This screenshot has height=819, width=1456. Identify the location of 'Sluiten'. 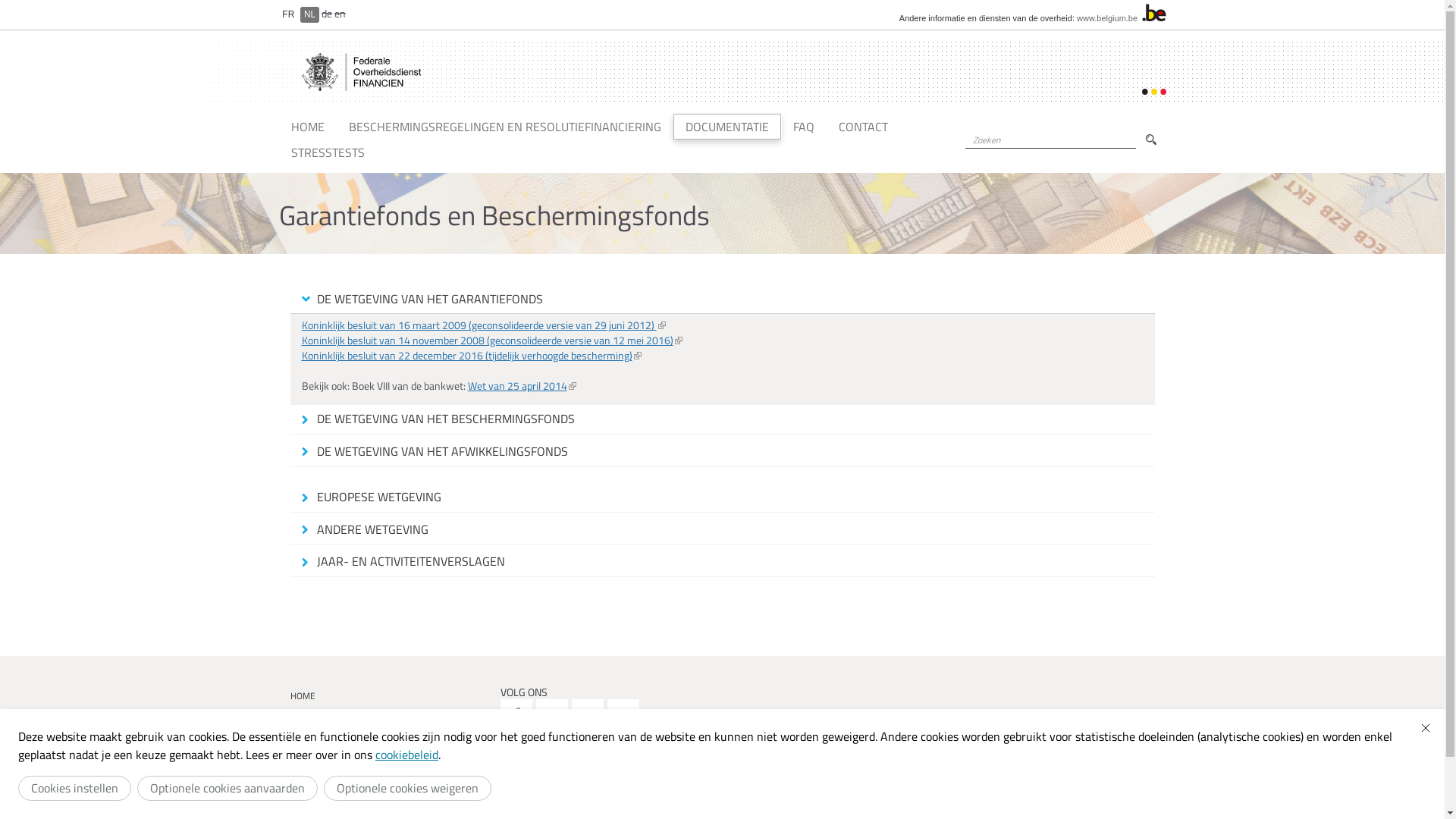
(1425, 727).